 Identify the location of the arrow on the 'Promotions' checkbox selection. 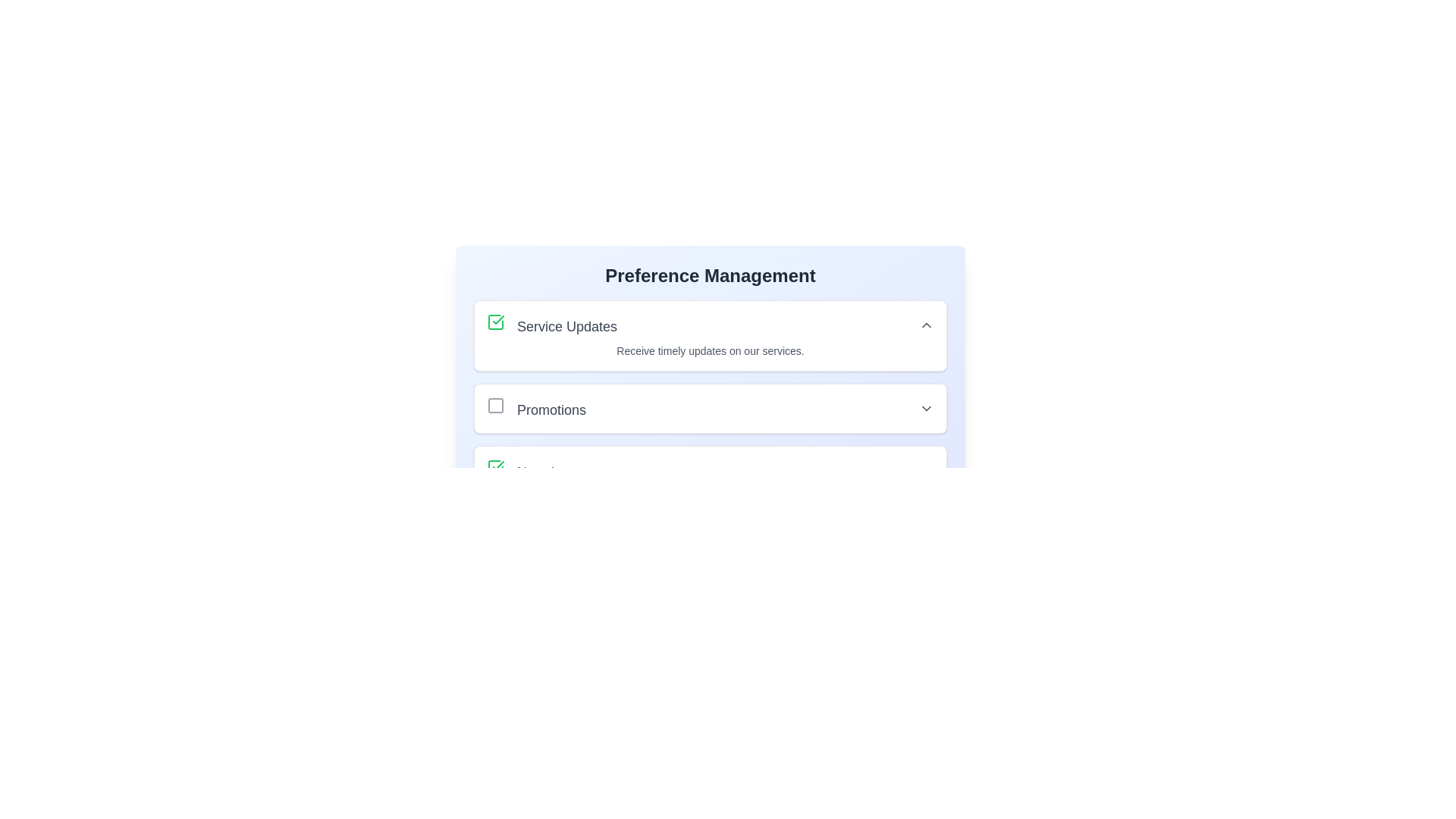
(709, 397).